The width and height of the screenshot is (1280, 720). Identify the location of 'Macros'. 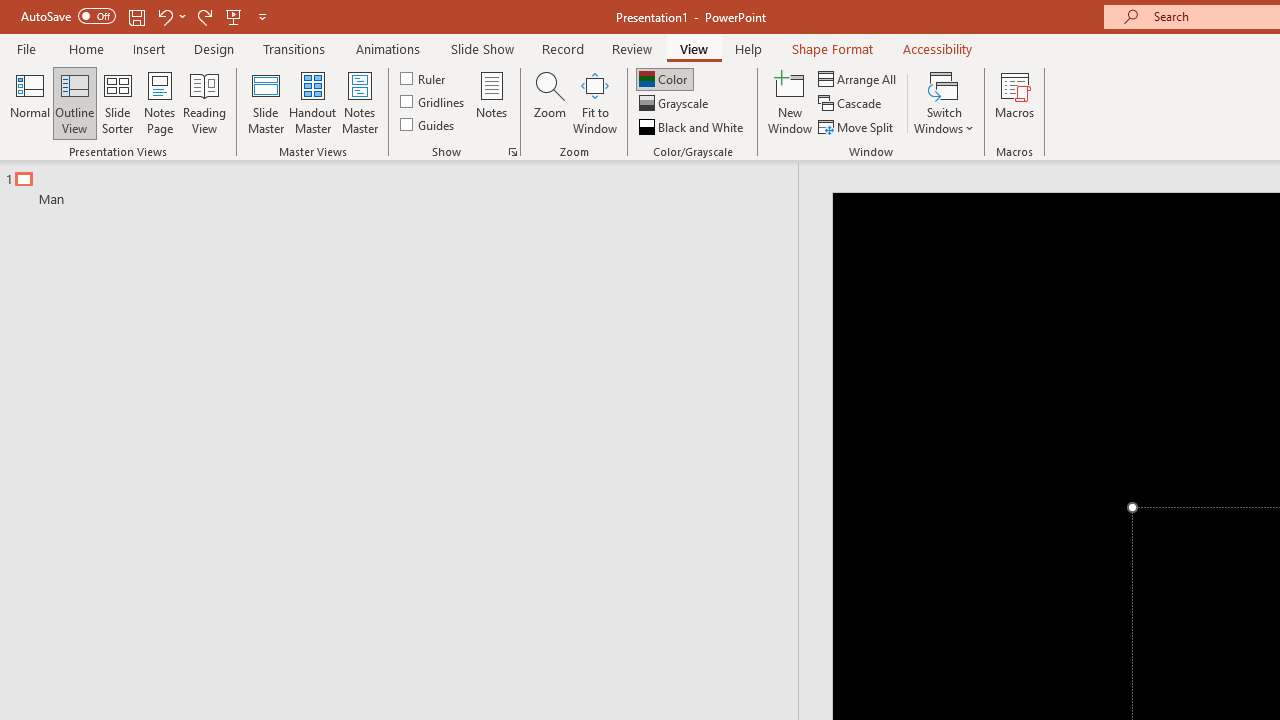
(1015, 103).